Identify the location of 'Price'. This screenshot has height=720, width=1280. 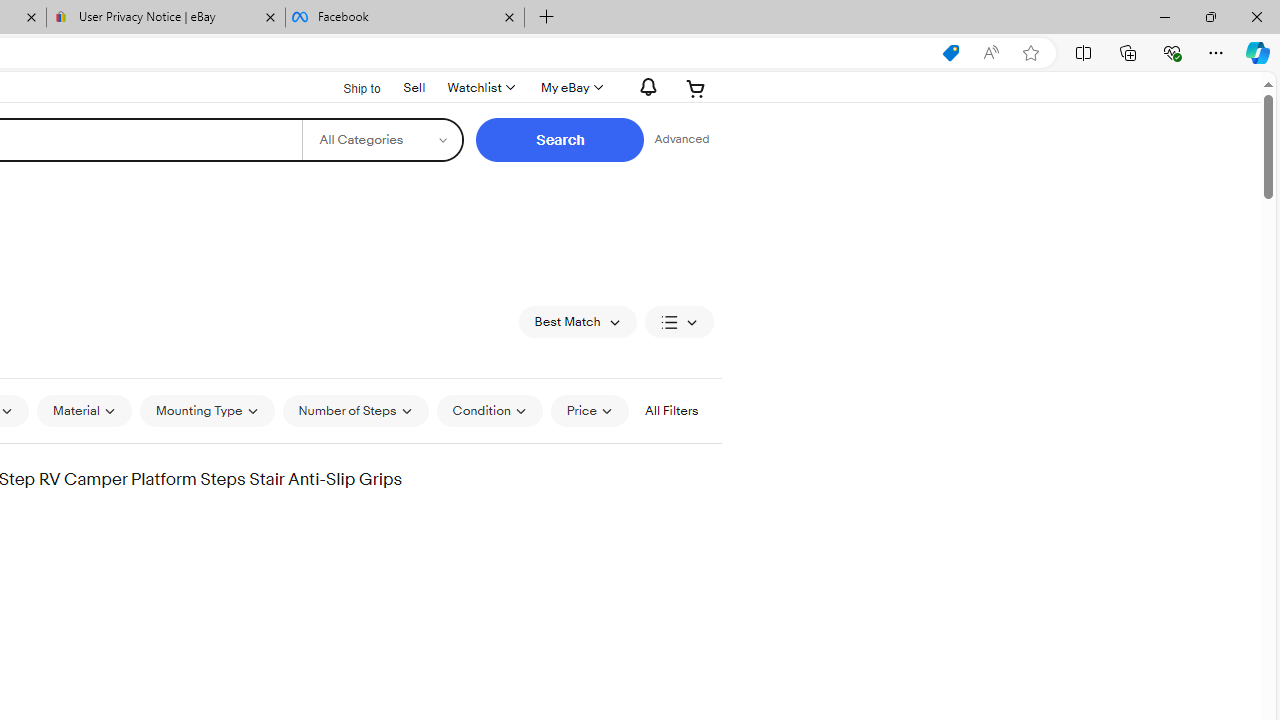
(588, 410).